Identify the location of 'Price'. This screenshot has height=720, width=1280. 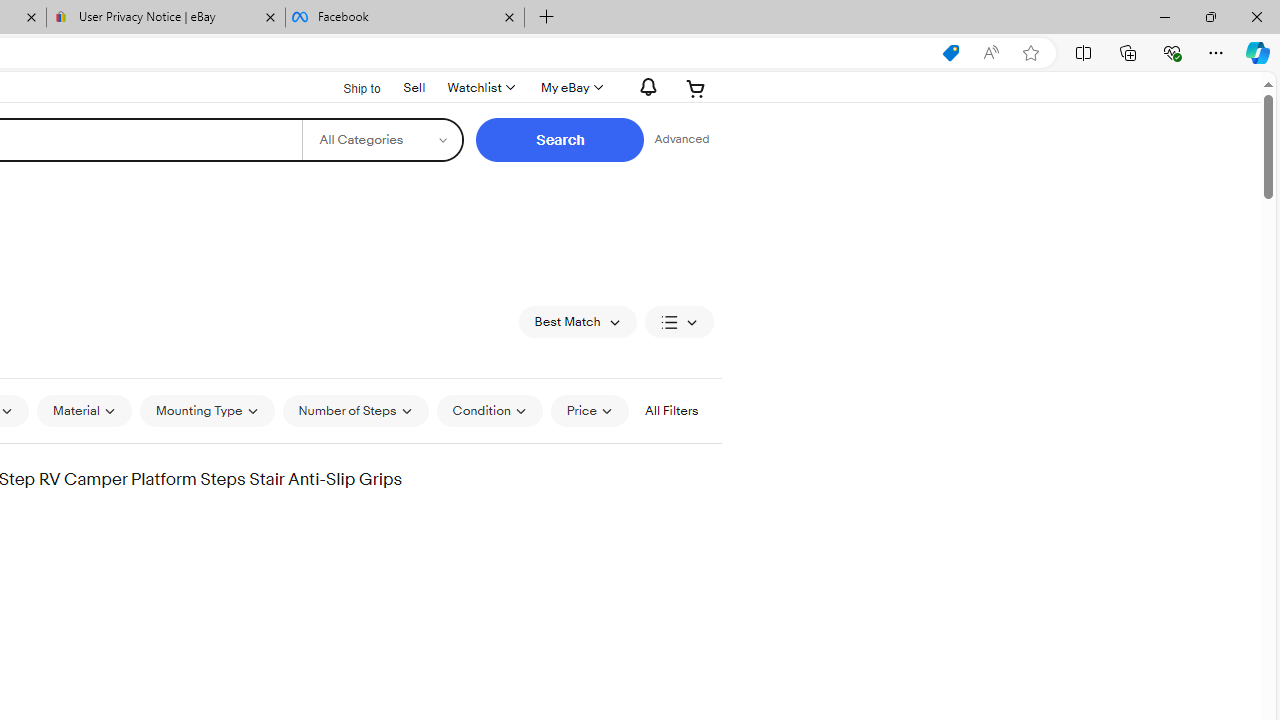
(588, 410).